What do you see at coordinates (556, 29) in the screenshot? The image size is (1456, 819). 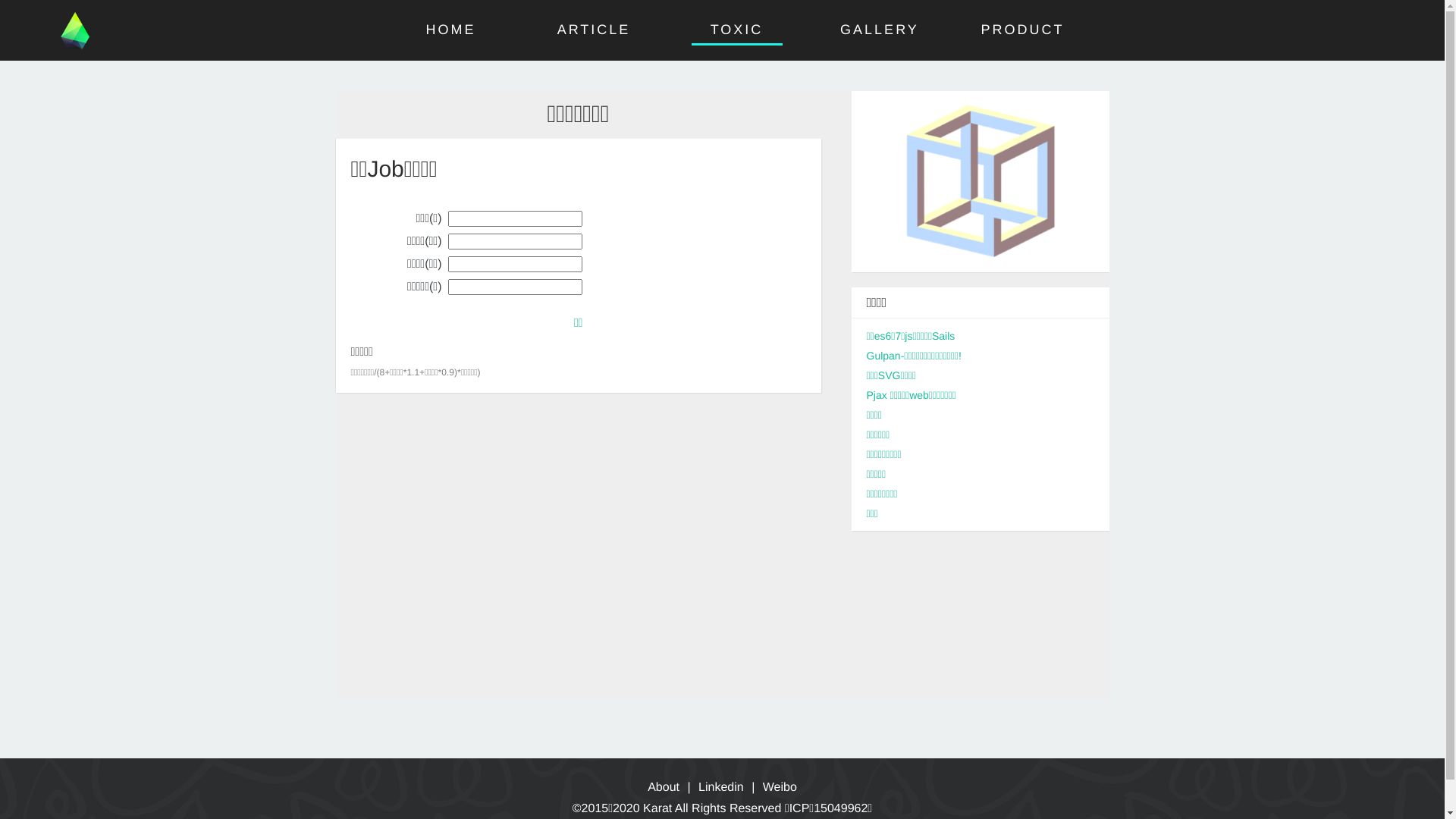 I see `'ARTICLE'` at bounding box center [556, 29].